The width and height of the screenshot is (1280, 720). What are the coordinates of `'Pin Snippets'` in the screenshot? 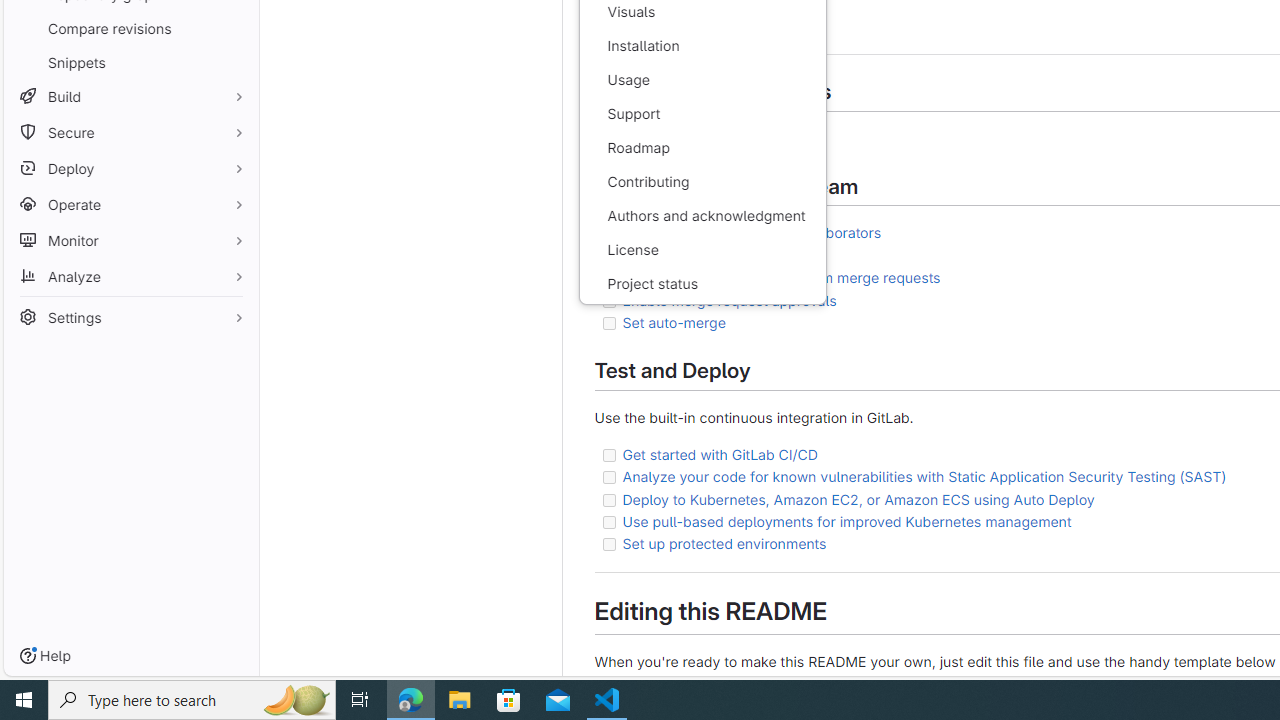 It's located at (234, 61).